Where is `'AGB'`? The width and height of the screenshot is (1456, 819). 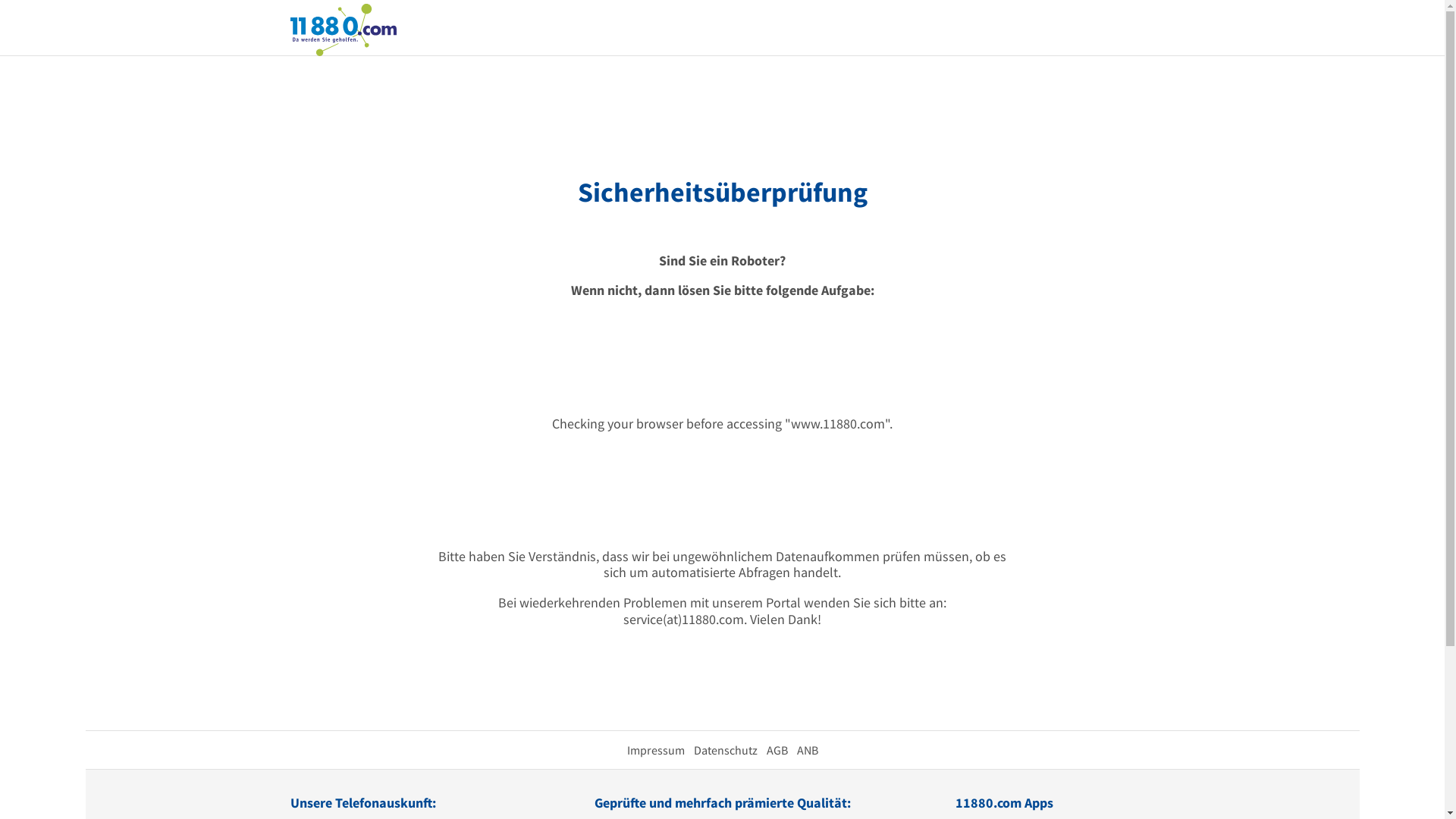 'AGB' is located at coordinates (776, 748).